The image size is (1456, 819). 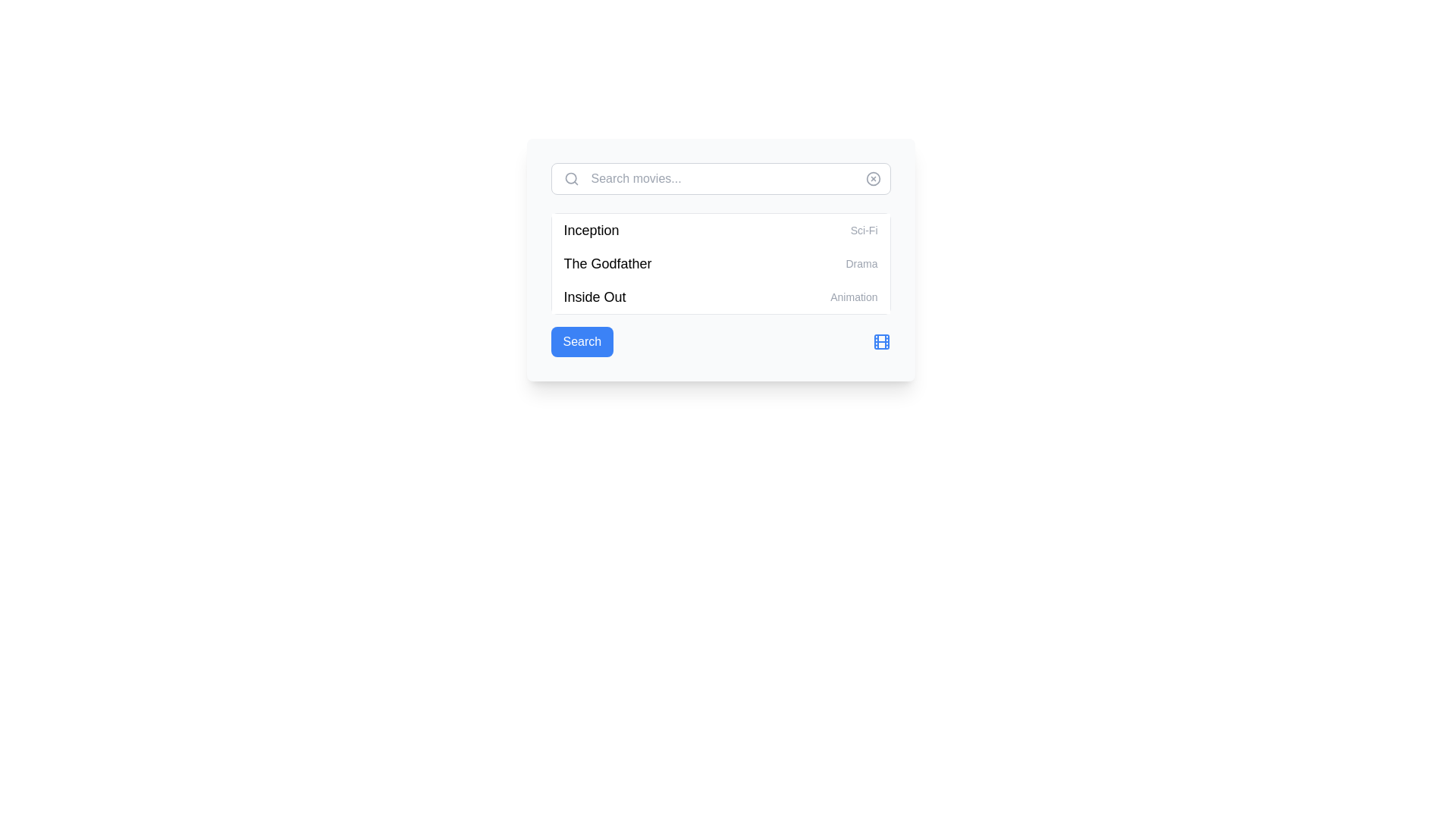 What do you see at coordinates (881, 342) in the screenshot?
I see `the central rectangle within the SVG film reel icon, located at the bottom-right corner of the main interface box` at bounding box center [881, 342].